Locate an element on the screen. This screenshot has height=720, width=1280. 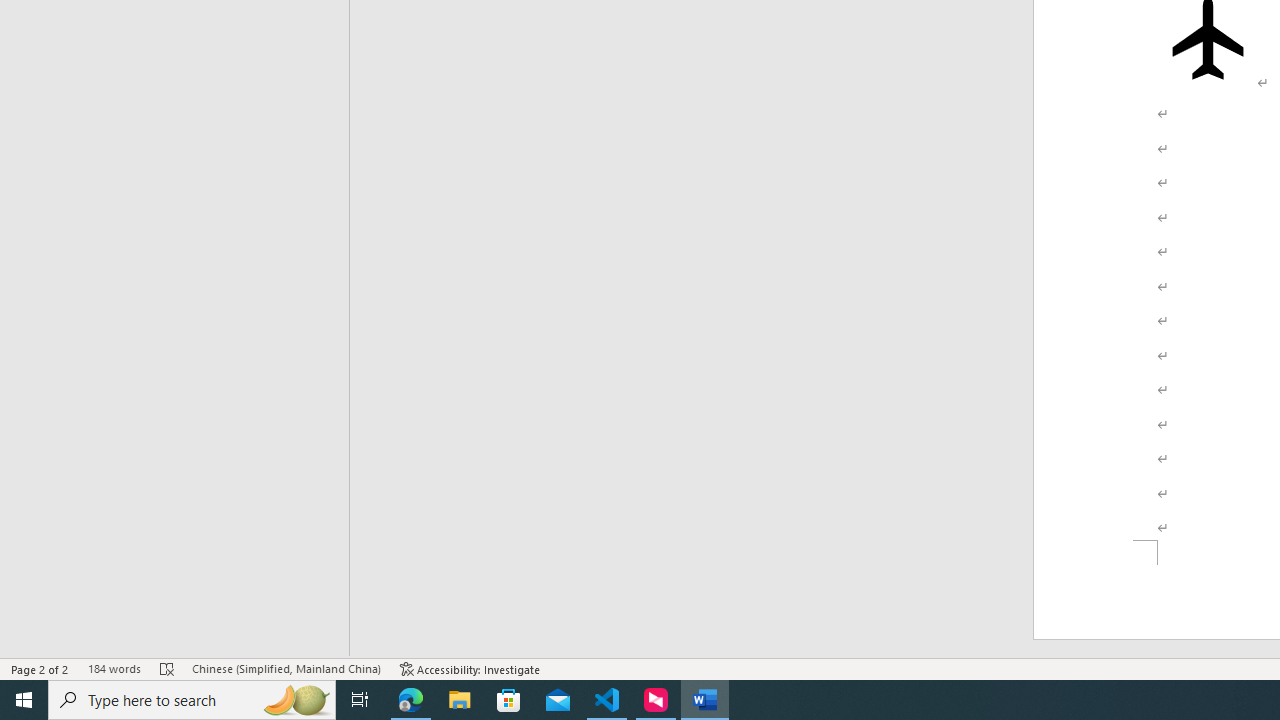
'Accessibility Checker Accessibility: Investigate' is located at coordinates (469, 669).